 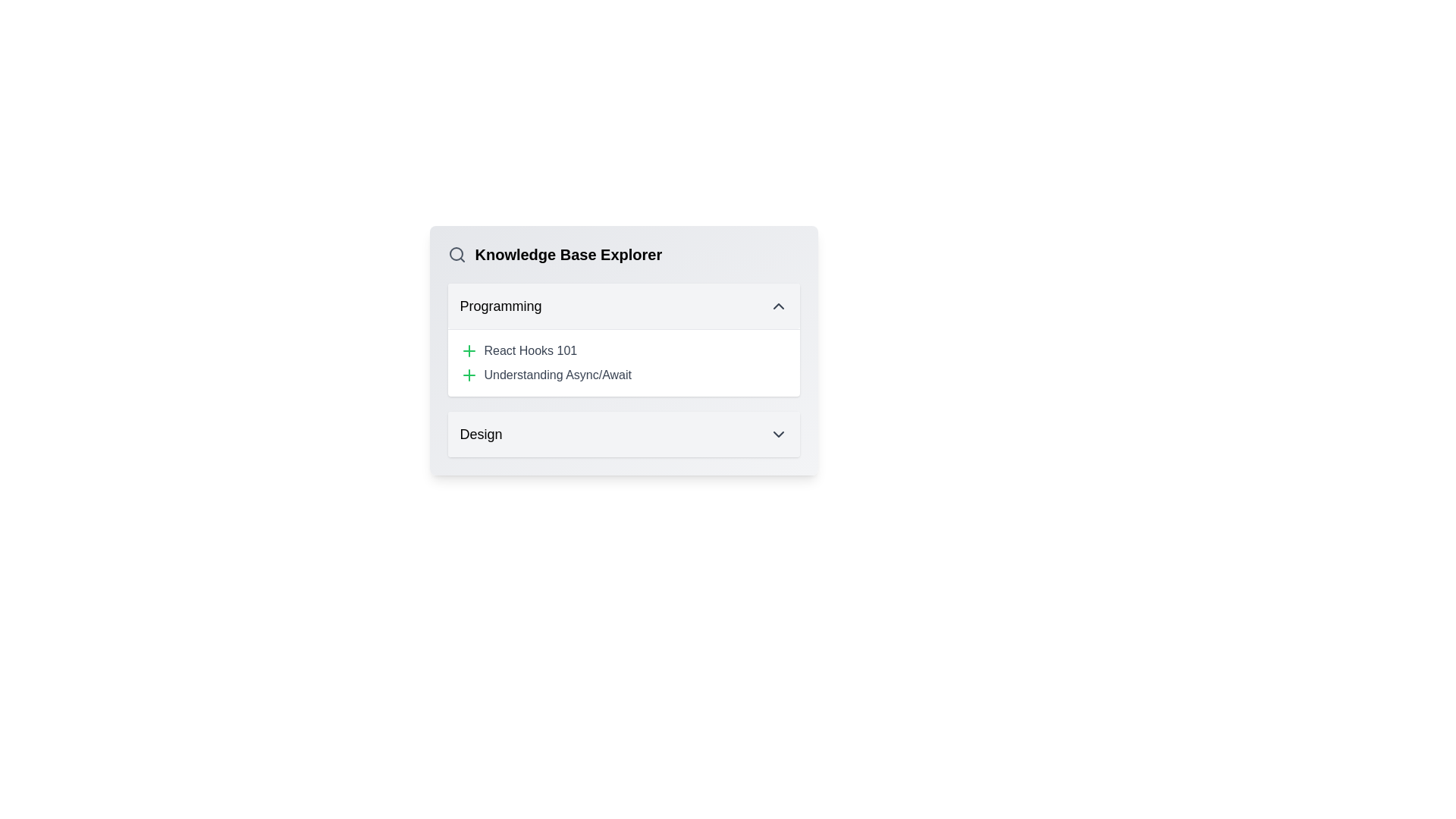 I want to click on the search icon to activate the search functionality, so click(x=456, y=253).